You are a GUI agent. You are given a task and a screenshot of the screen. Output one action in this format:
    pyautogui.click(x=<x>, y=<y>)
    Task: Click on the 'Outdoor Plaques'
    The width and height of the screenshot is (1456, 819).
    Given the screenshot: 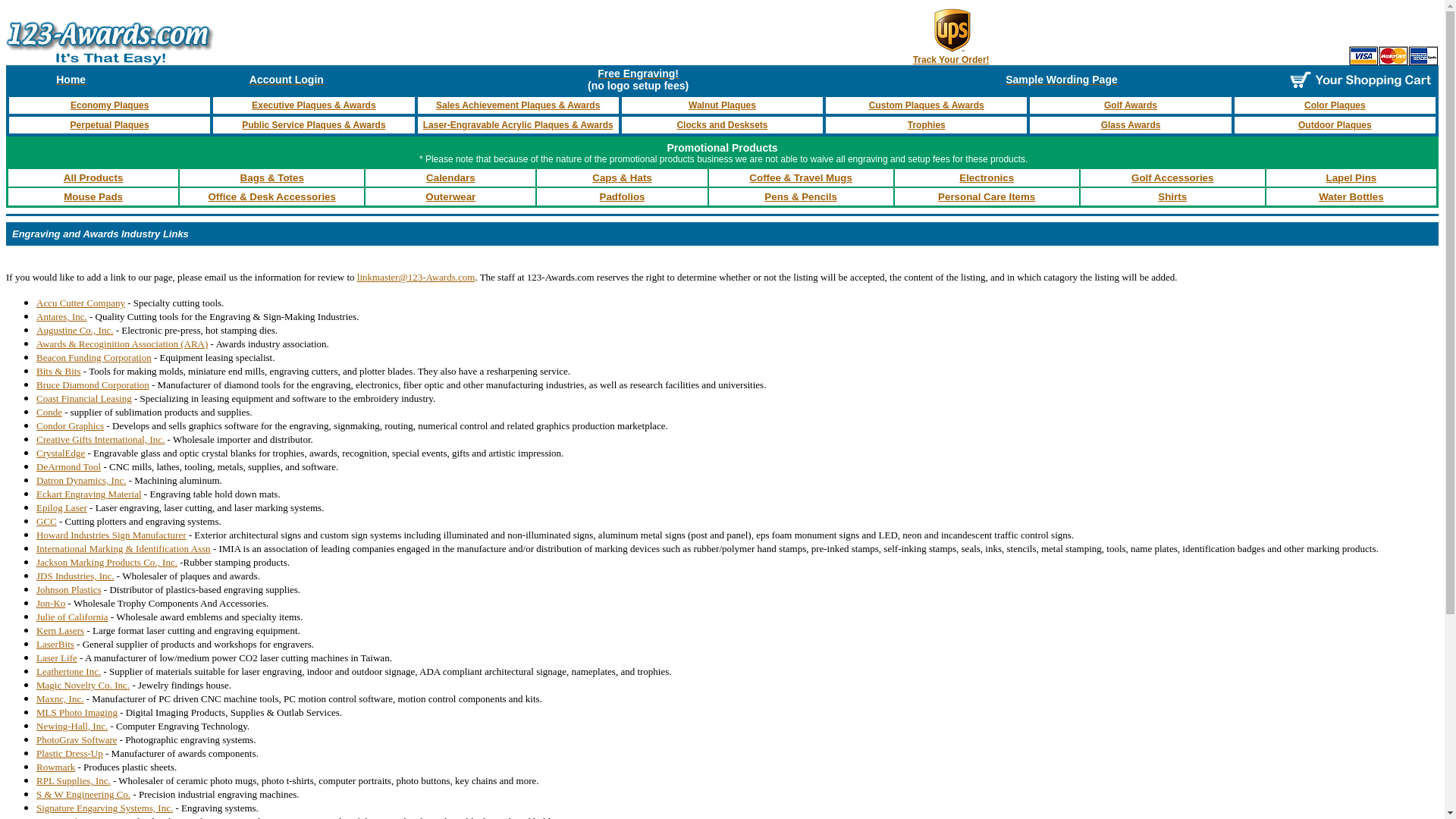 What is the action you would take?
    pyautogui.click(x=1335, y=124)
    